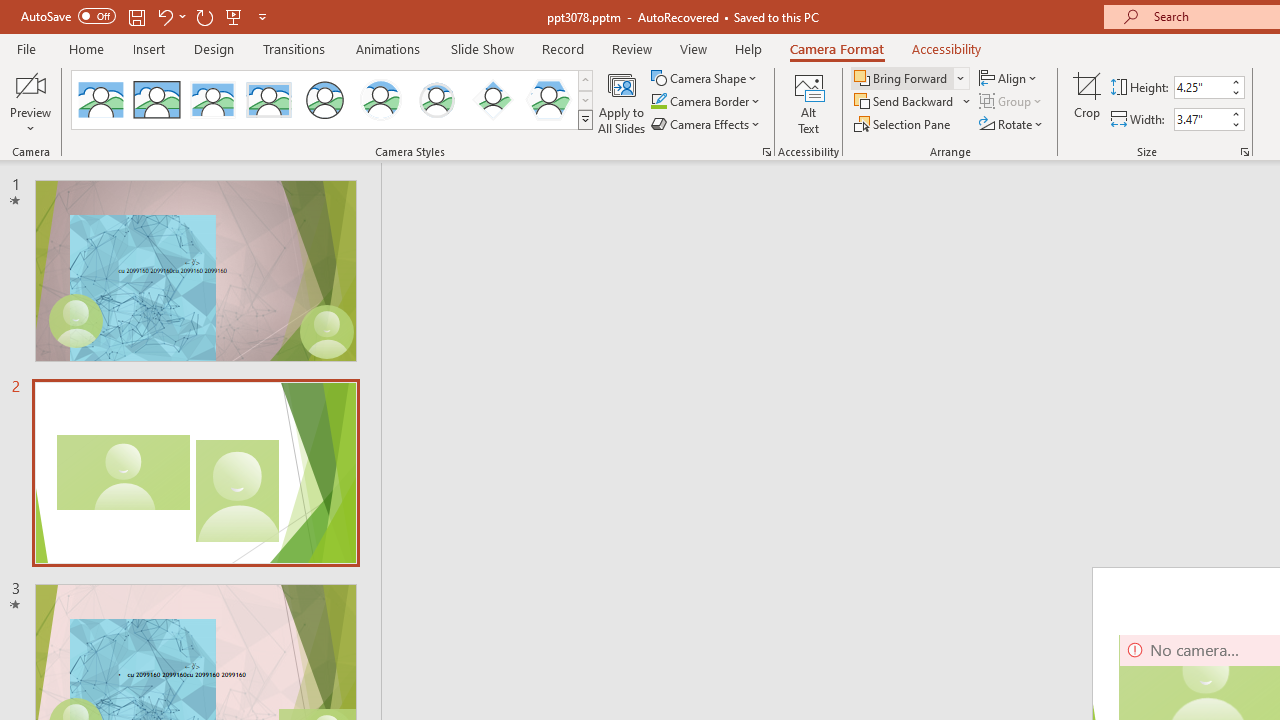 Image resolution: width=1280 pixels, height=720 pixels. What do you see at coordinates (325, 100) in the screenshot?
I see `'Simple Frame Circle'` at bounding box center [325, 100].